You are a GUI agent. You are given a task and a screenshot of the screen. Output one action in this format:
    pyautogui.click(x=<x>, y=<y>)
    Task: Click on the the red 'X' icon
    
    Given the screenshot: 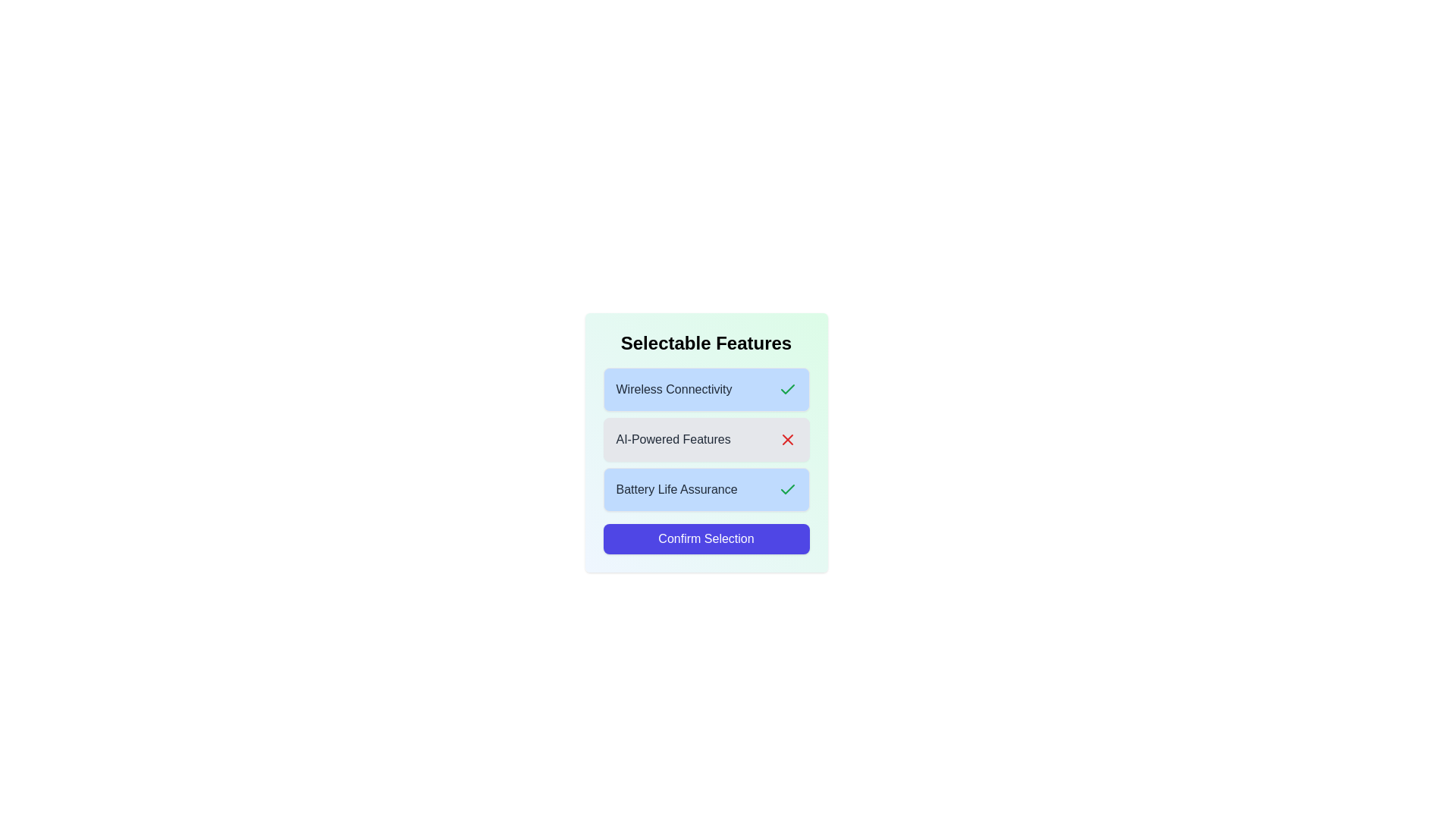 What is the action you would take?
    pyautogui.click(x=787, y=439)
    